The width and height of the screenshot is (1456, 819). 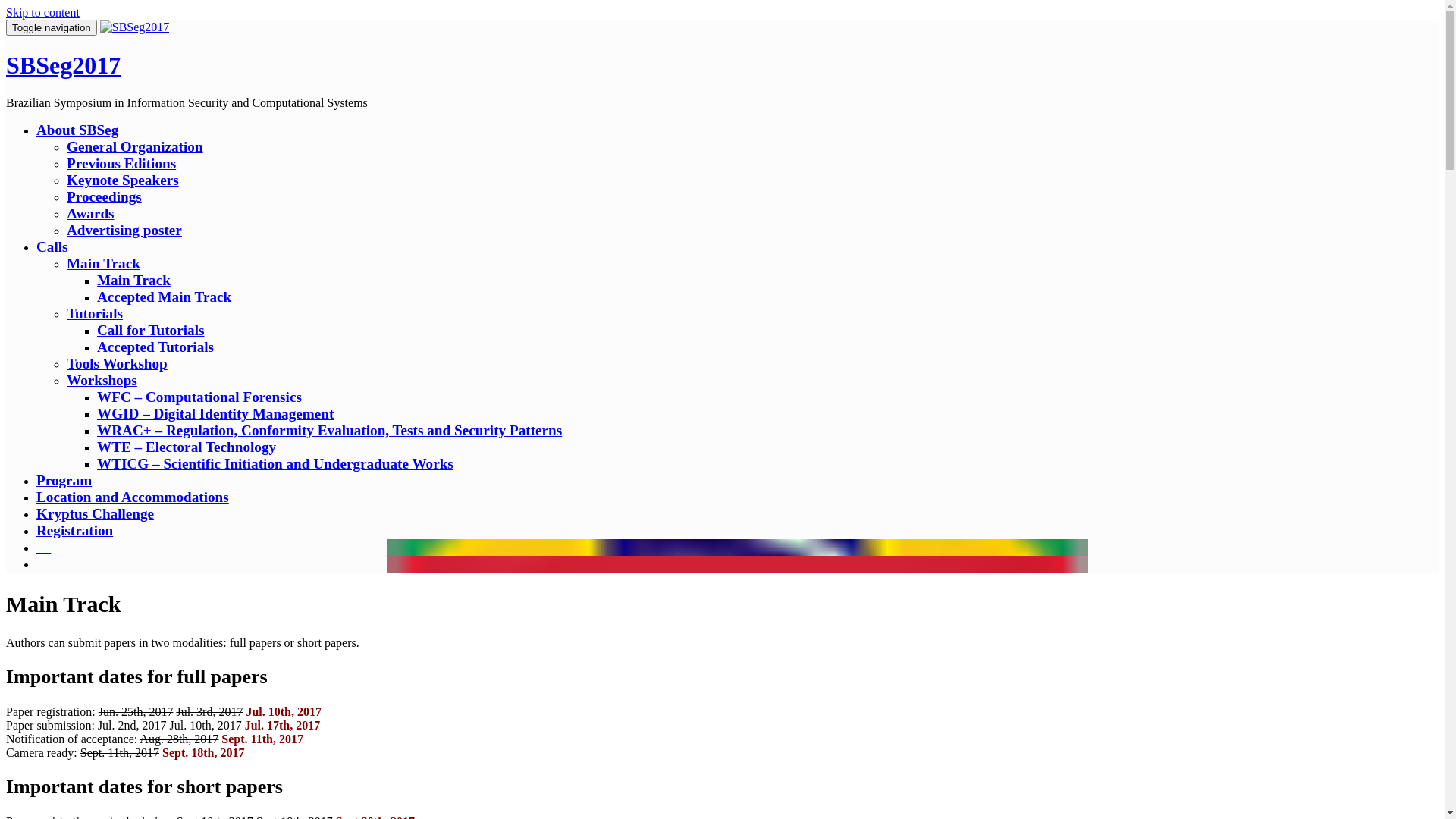 What do you see at coordinates (120, 163) in the screenshot?
I see `'Previous Editions'` at bounding box center [120, 163].